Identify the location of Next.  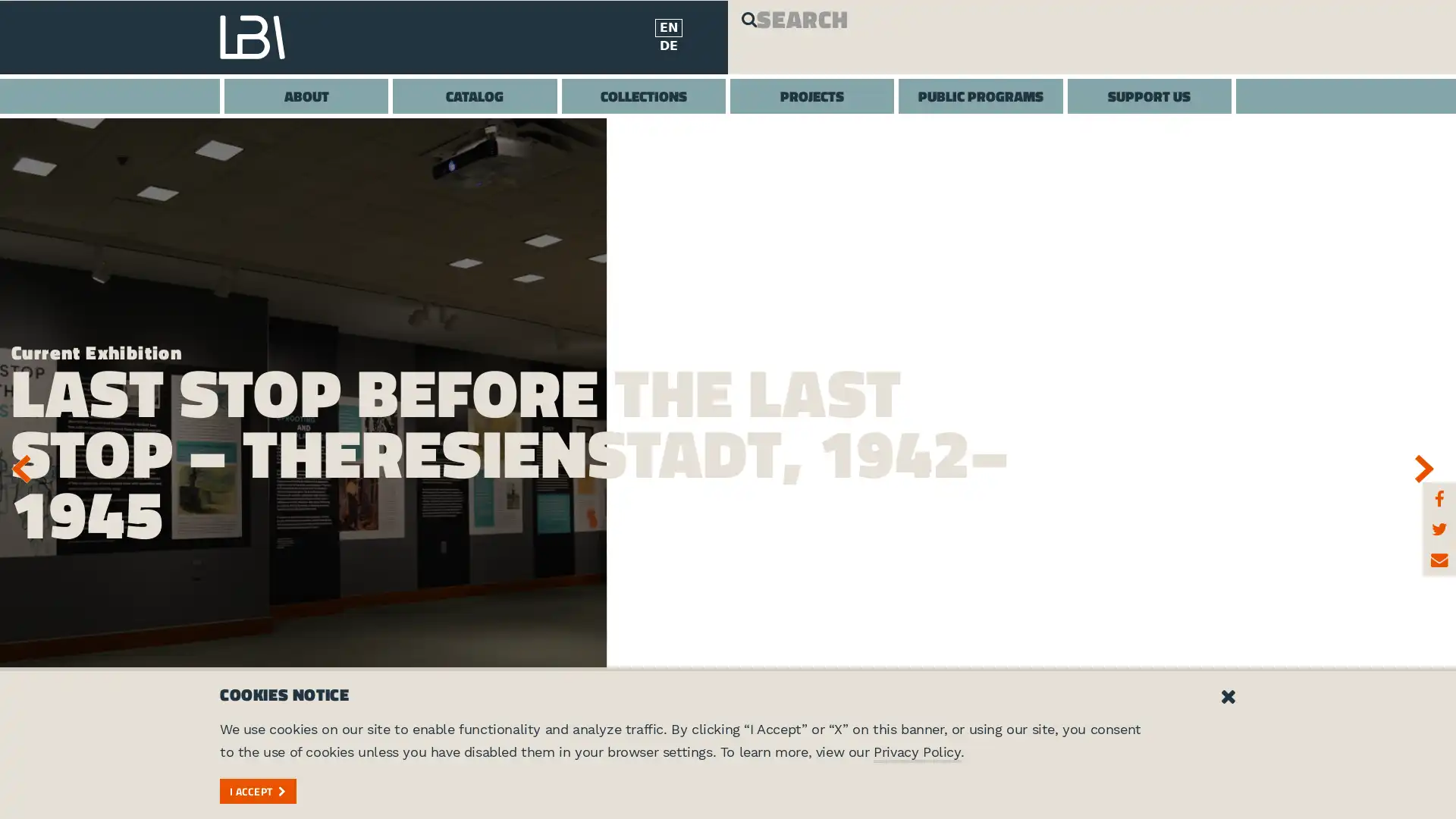
(1429, 467).